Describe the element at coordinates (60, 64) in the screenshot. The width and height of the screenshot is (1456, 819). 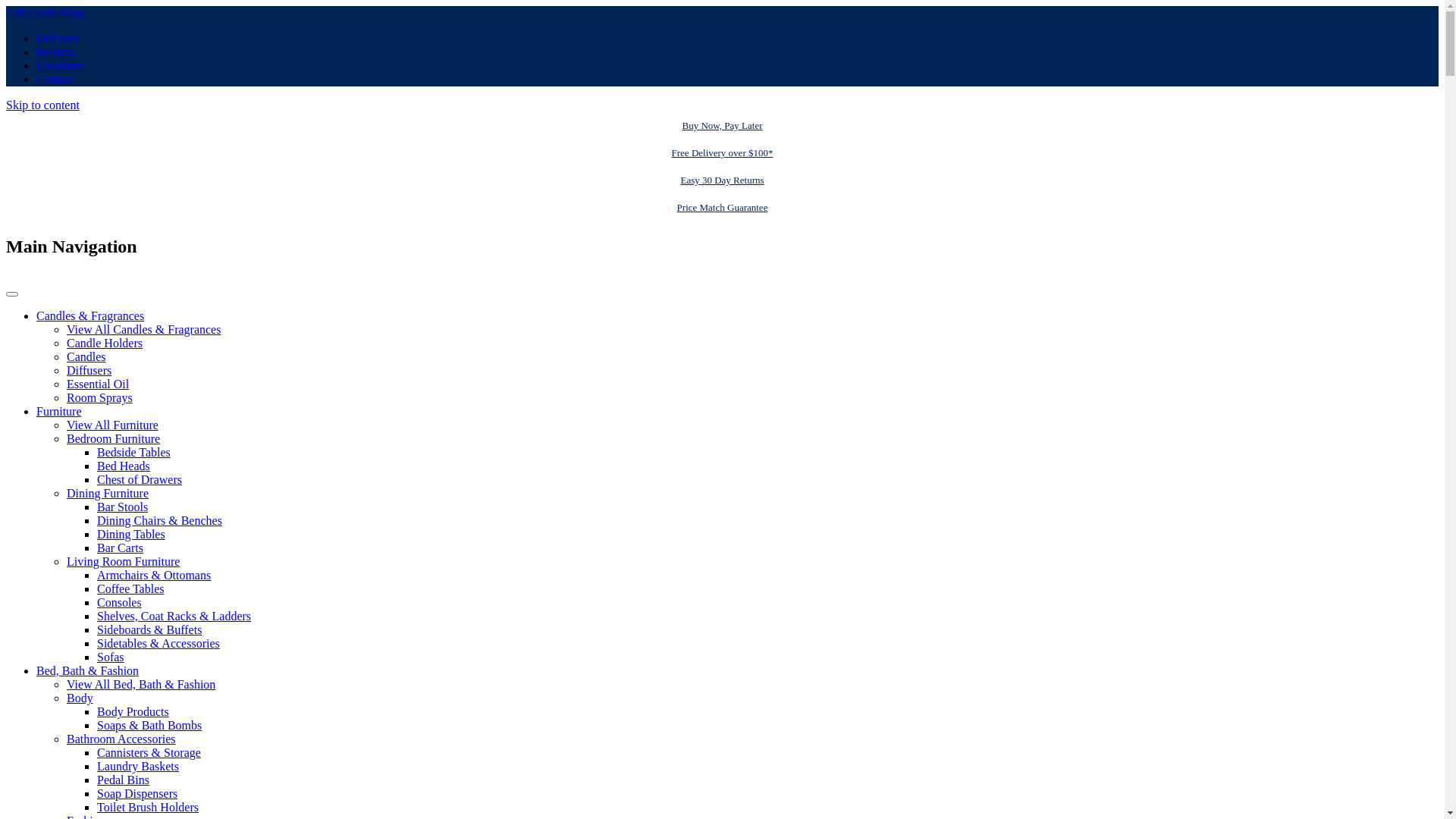
I see `'Locations'` at that location.